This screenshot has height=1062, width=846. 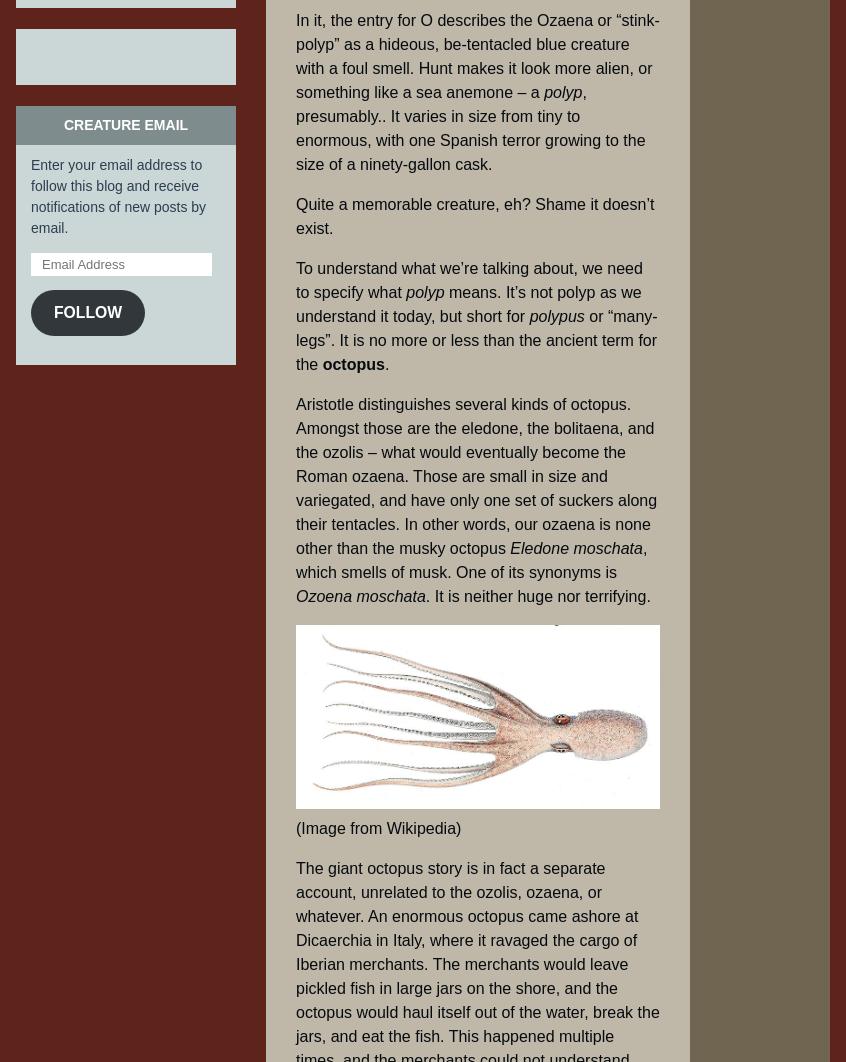 What do you see at coordinates (470, 560) in the screenshot?
I see `', which smells of musk. One of its synonyms is'` at bounding box center [470, 560].